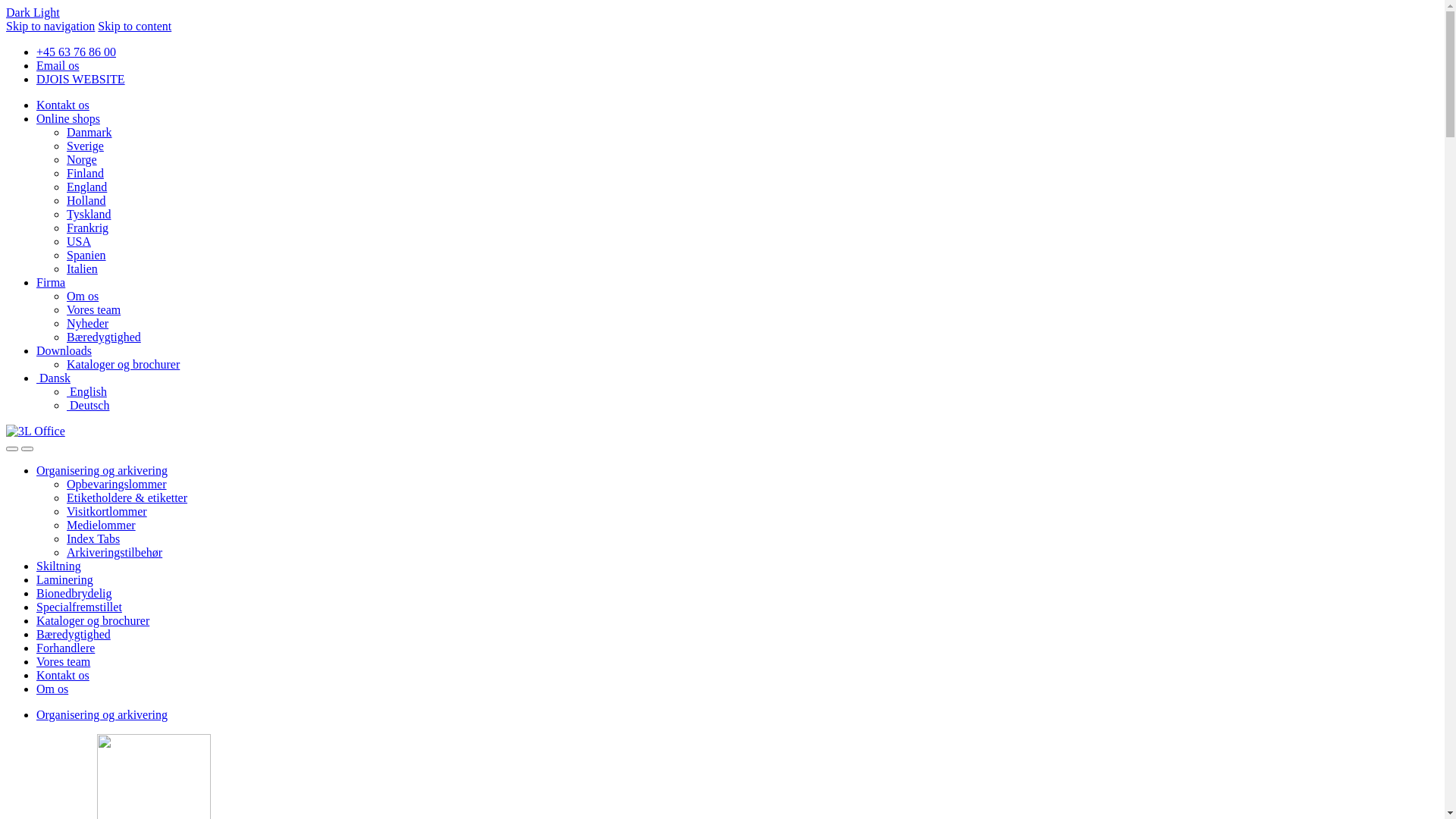 Image resolution: width=1456 pixels, height=819 pixels. What do you see at coordinates (123, 364) in the screenshot?
I see `'Kataloger og brochurer'` at bounding box center [123, 364].